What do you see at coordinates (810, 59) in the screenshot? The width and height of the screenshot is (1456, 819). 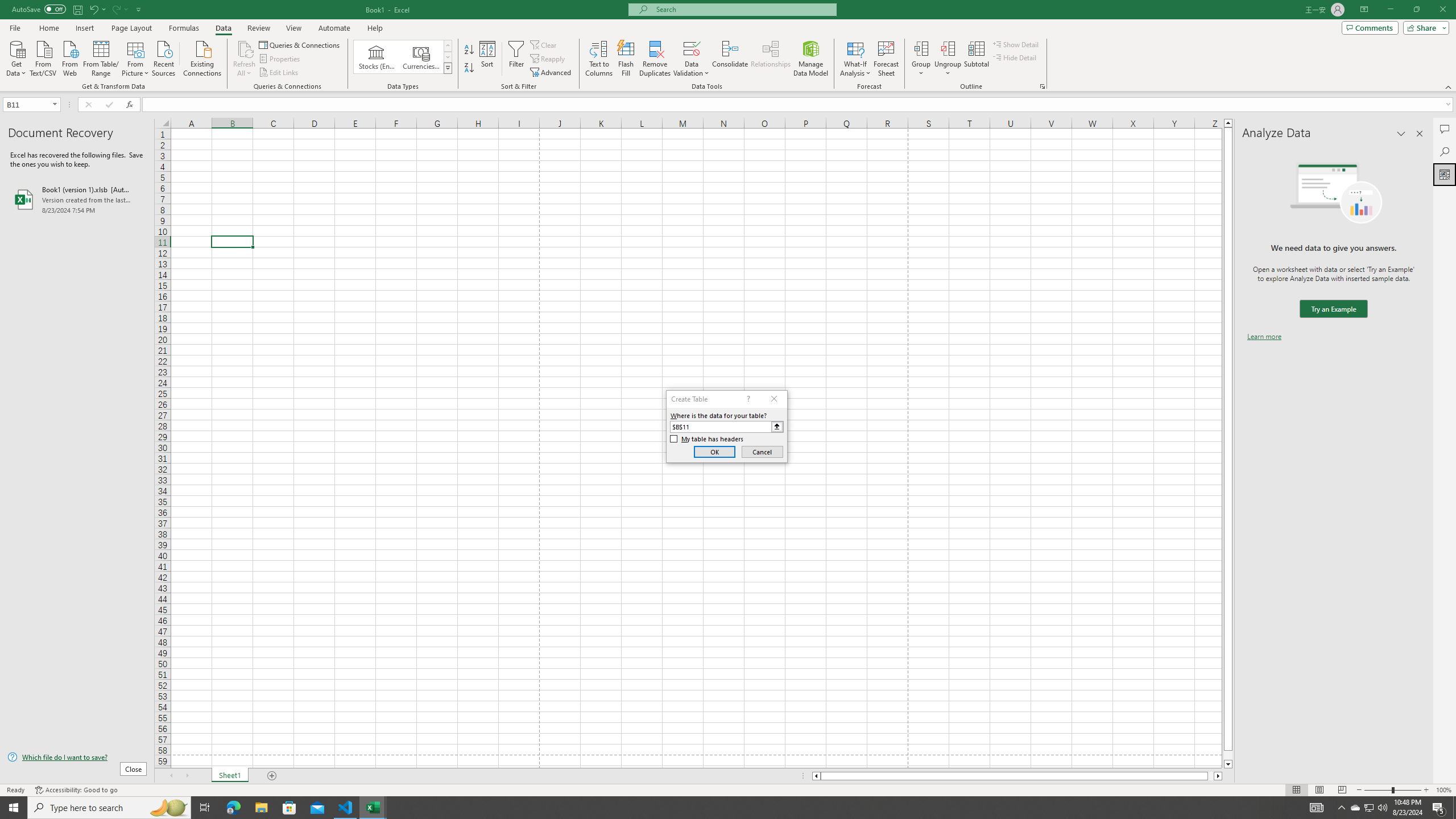 I see `'Manage Data Model'` at bounding box center [810, 59].